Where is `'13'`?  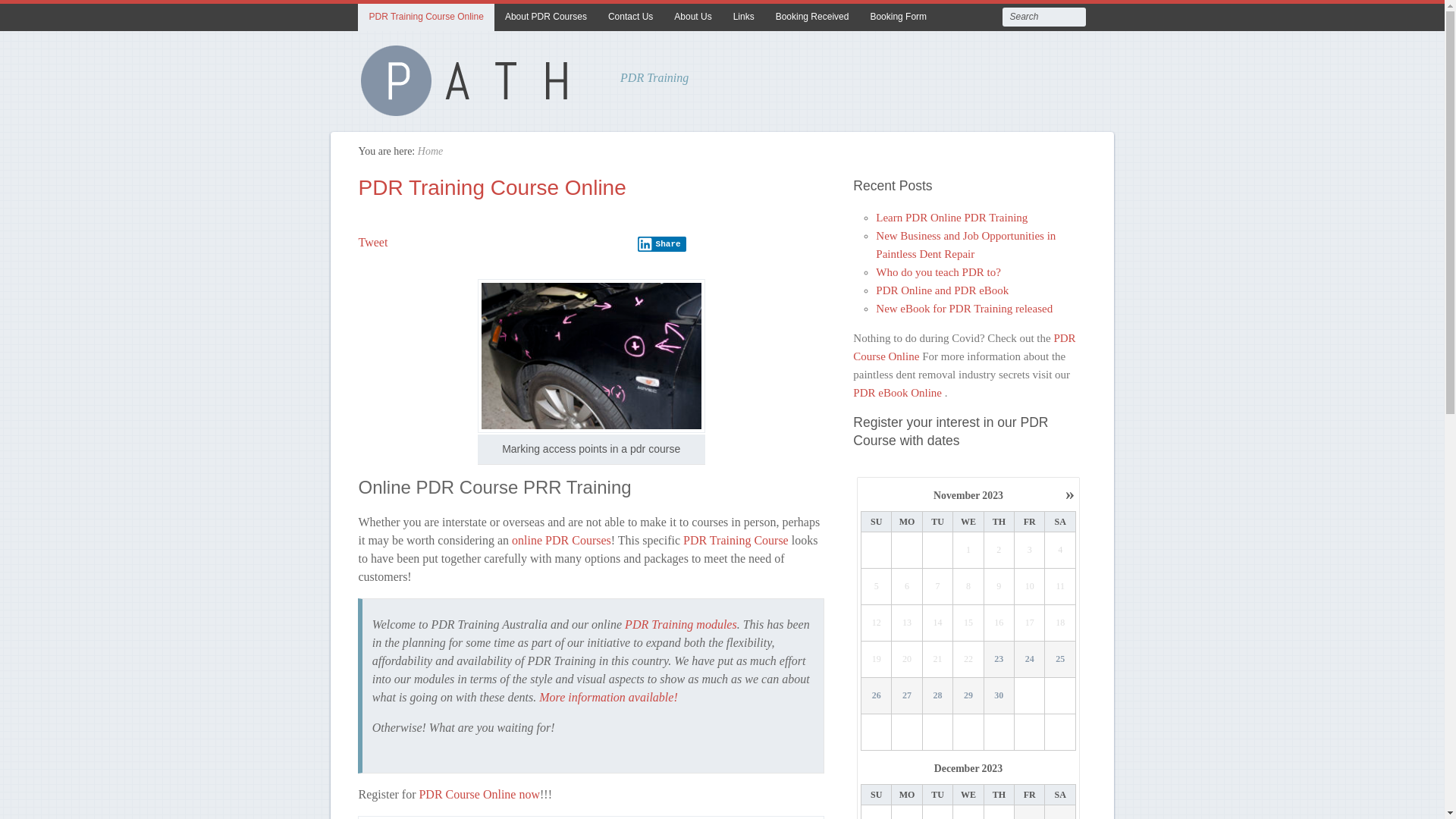
'13' is located at coordinates (906, 623).